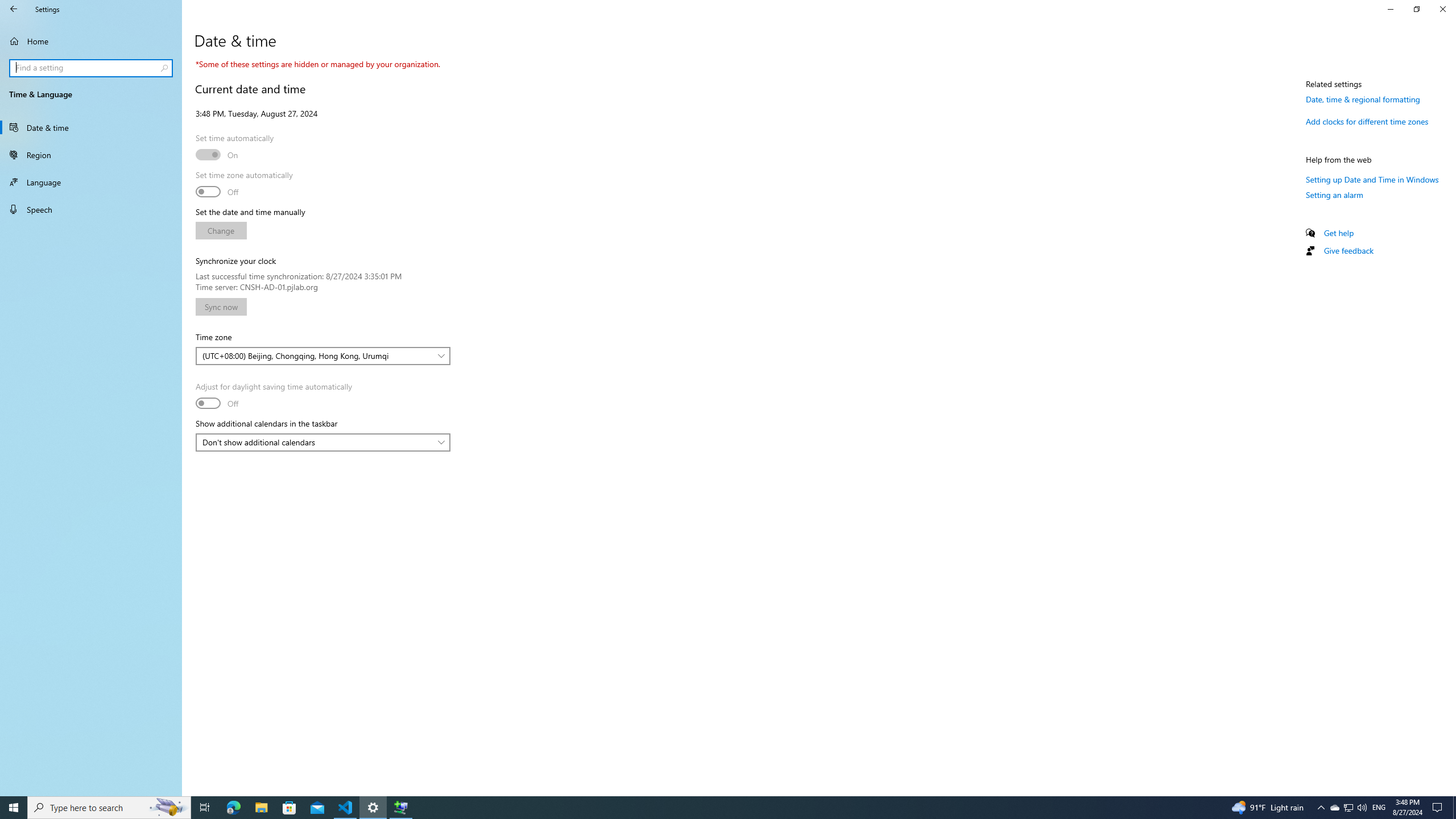 The width and height of the screenshot is (1456, 819). Describe the element at coordinates (90, 154) in the screenshot. I see `'Region'` at that location.